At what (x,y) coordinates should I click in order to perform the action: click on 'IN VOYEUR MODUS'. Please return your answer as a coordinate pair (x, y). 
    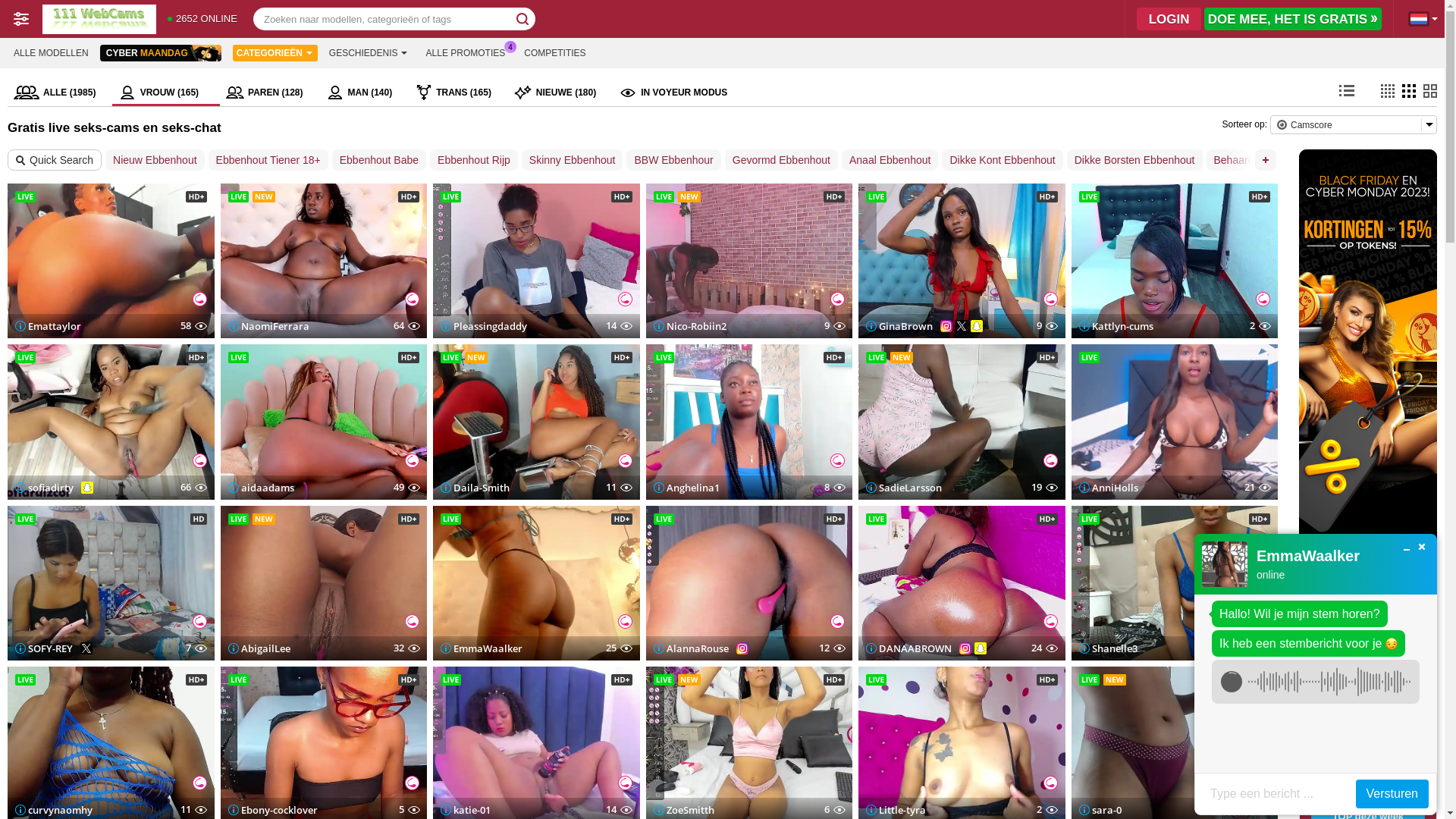
    Looking at the image, I should click on (612, 93).